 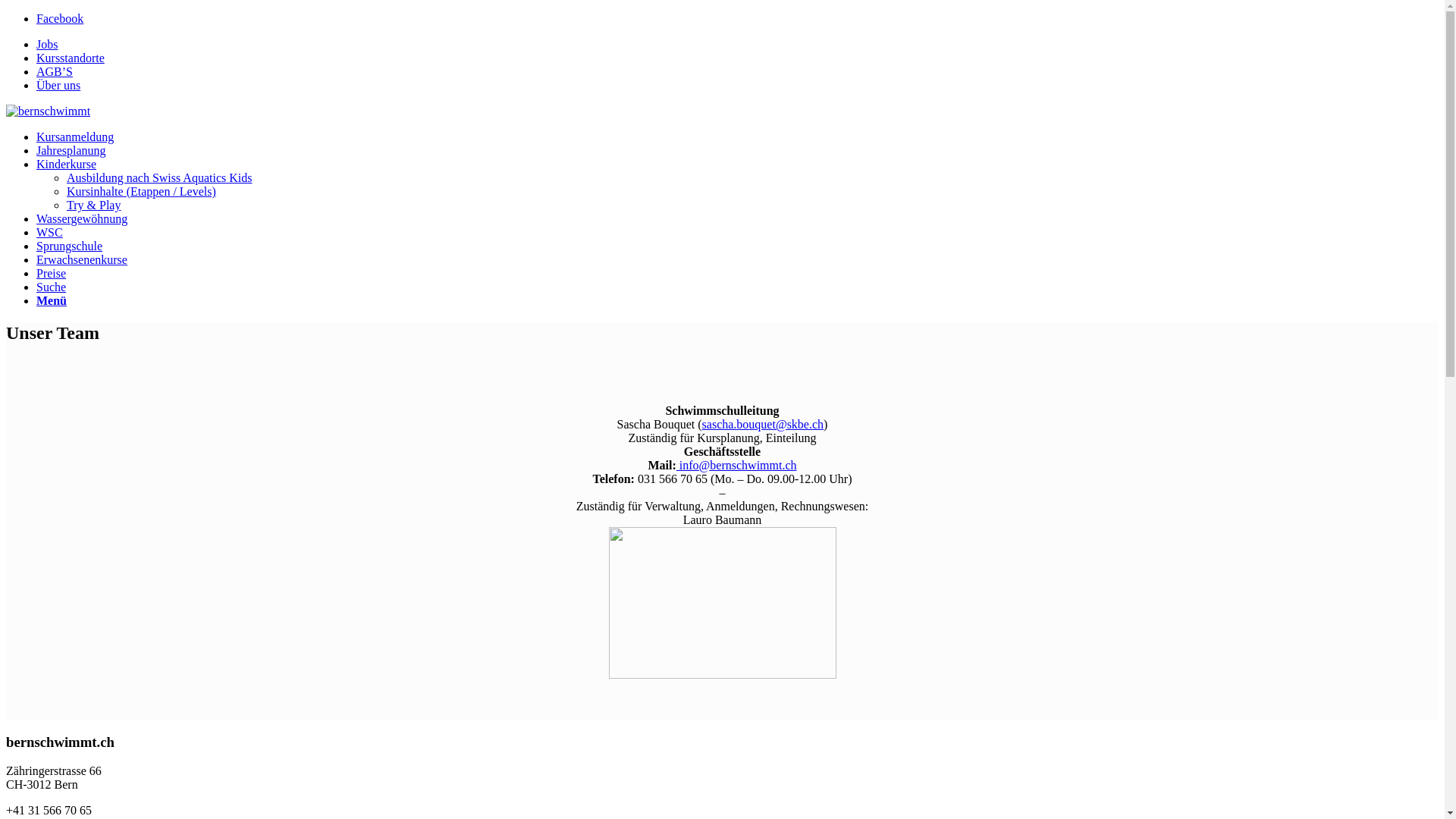 What do you see at coordinates (141, 190) in the screenshot?
I see `'Kursinhalte (Etappen / Levels)'` at bounding box center [141, 190].